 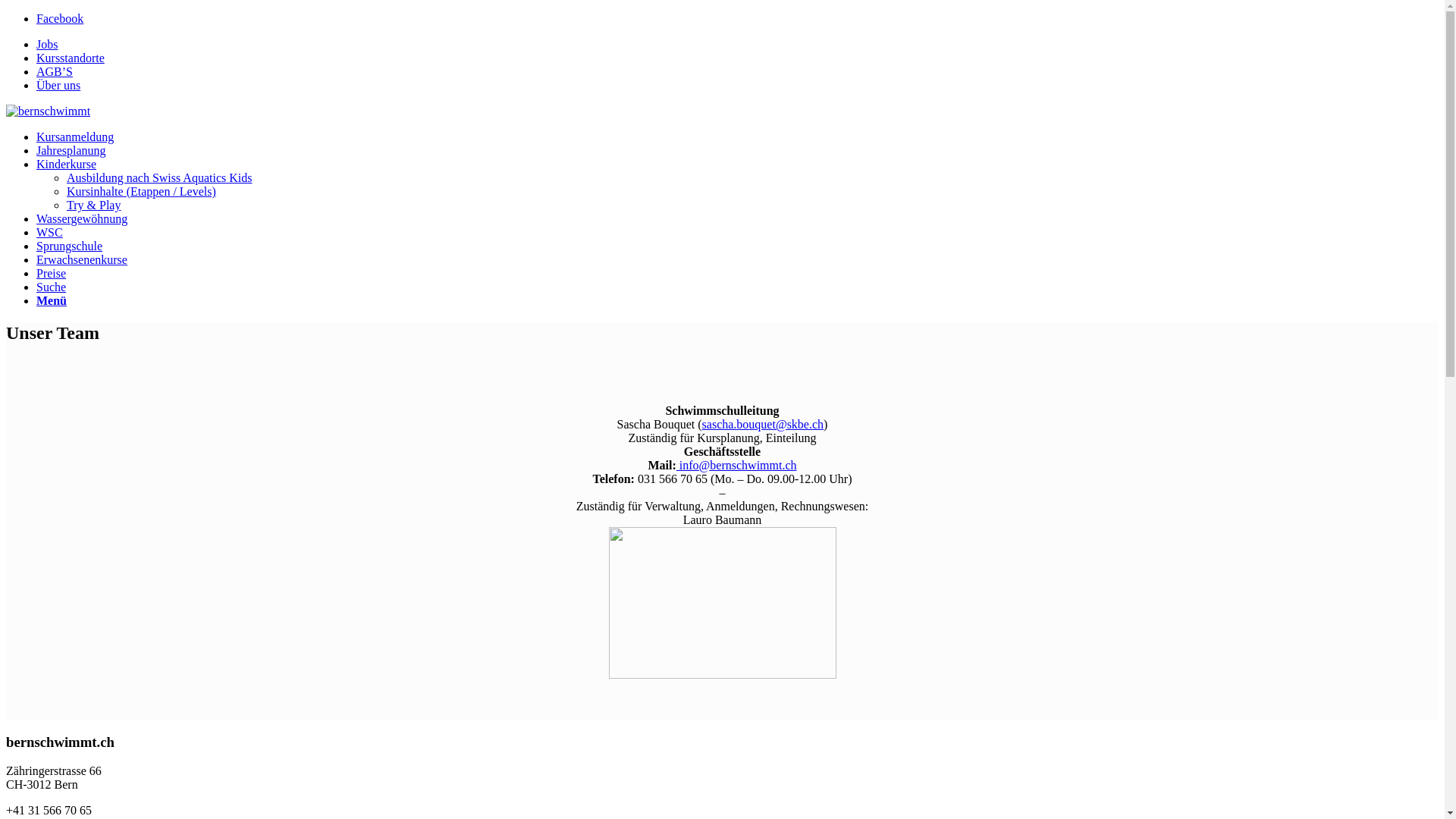 What do you see at coordinates (141, 190) in the screenshot?
I see `'Kursinhalte (Etappen / Levels)'` at bounding box center [141, 190].